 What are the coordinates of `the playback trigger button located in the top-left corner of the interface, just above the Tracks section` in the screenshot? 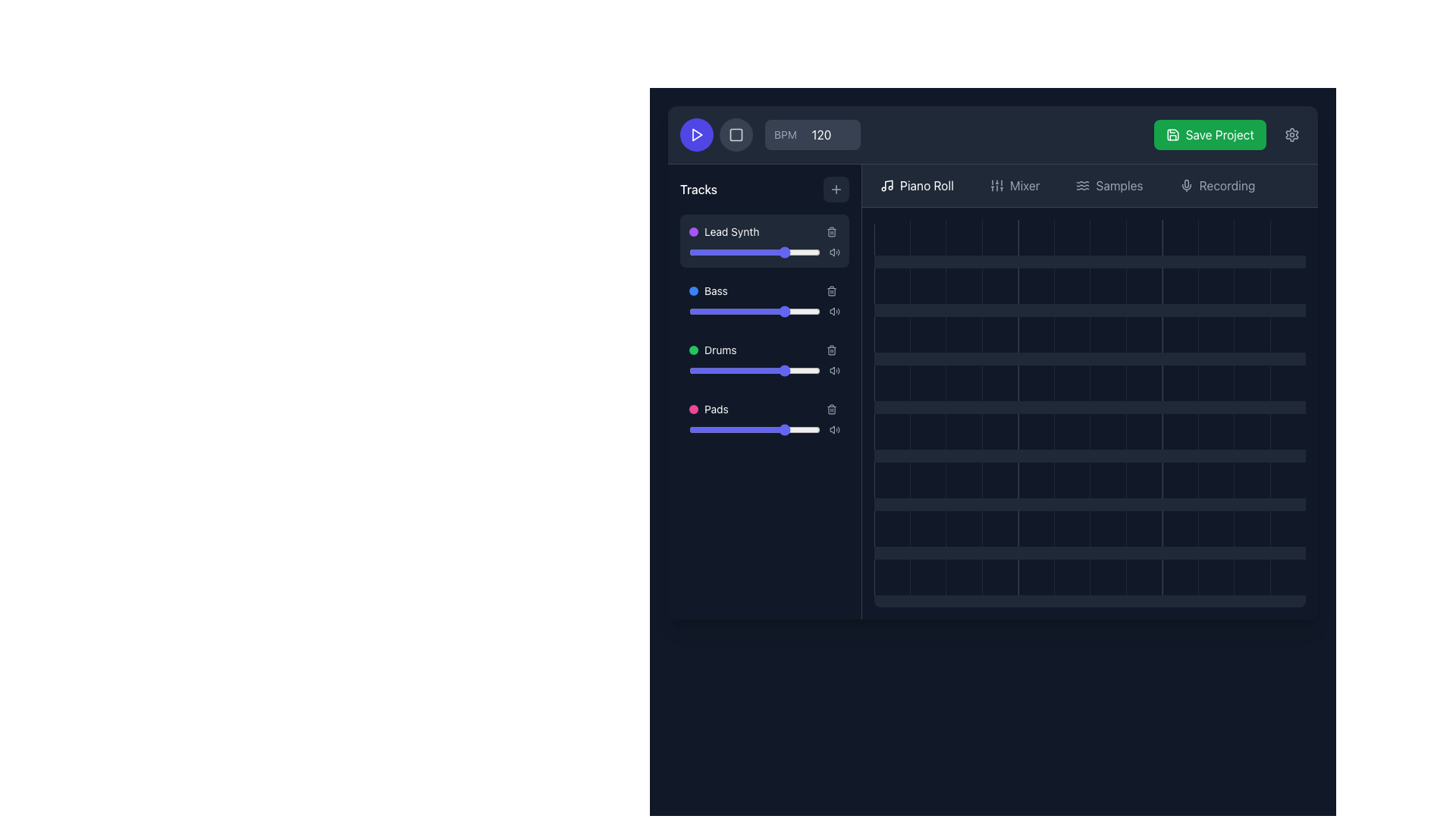 It's located at (695, 133).